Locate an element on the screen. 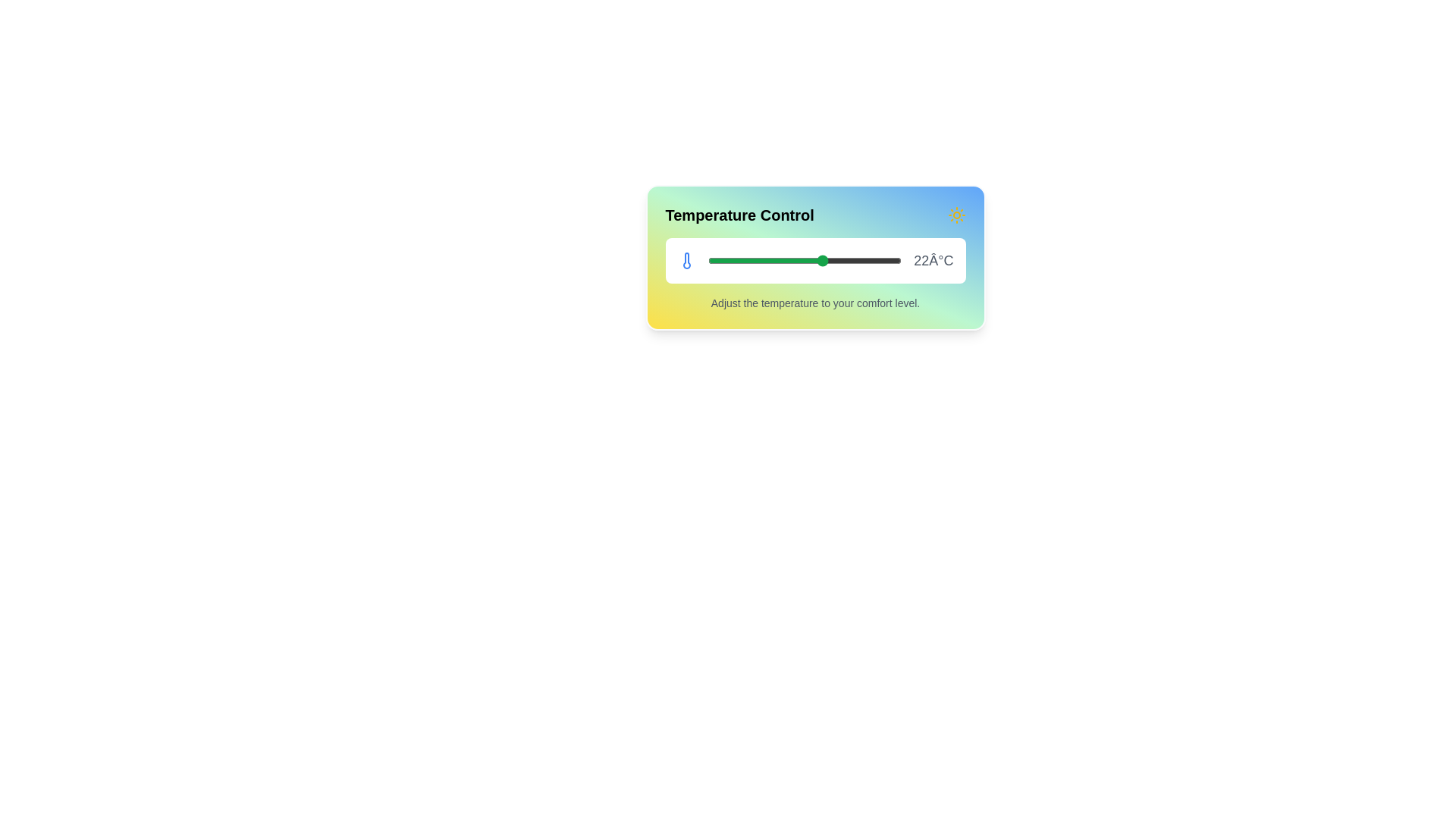 This screenshot has width=1456, height=819. the icon located in the top-right corner of the 'Temperature Control' card, which represents sunlight or temperature adjustment is located at coordinates (955, 215).